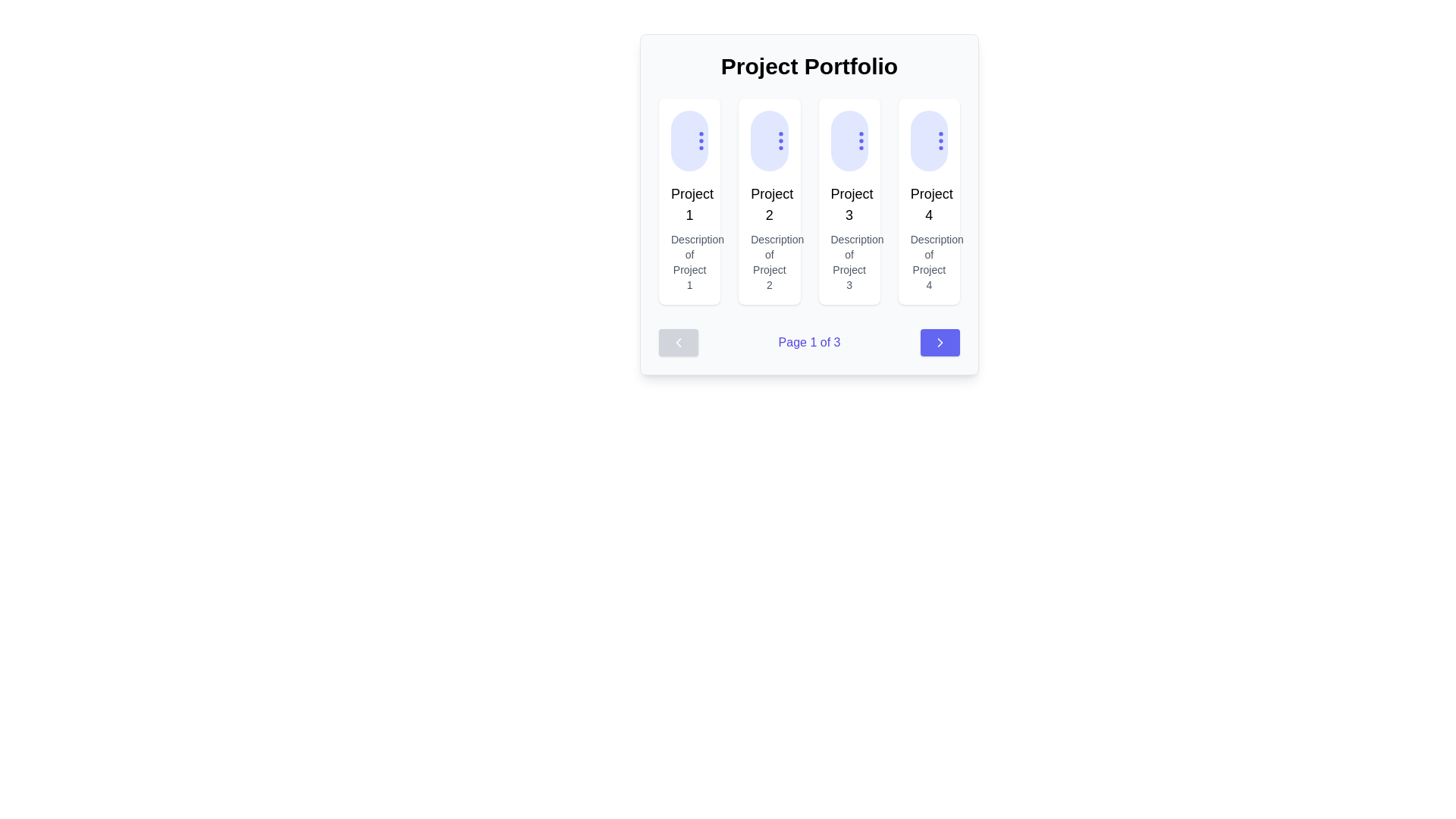  I want to click on the right-facing chevron icon within the rectangular button located in the bottom right corner of the interface for potential advanced navigation features, so click(939, 342).